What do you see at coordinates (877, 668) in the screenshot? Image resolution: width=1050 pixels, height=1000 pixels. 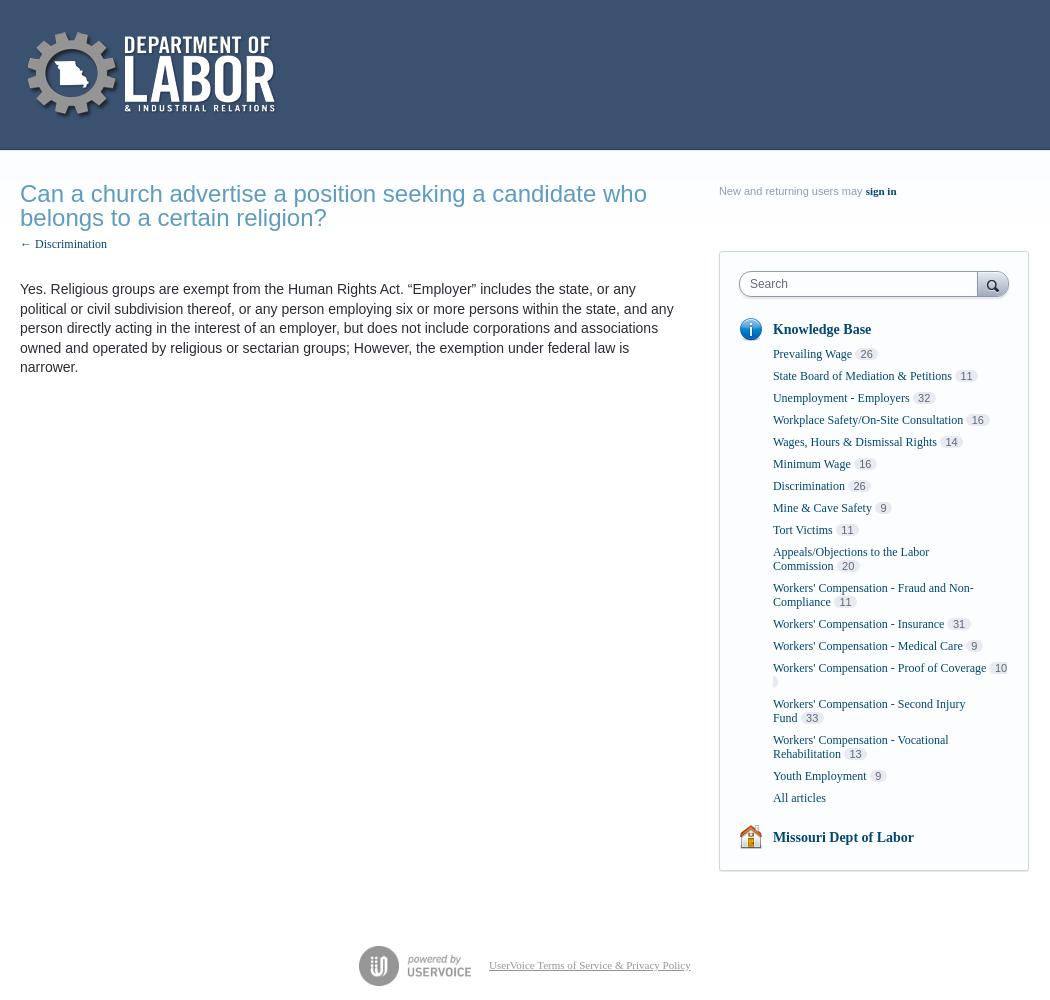 I see `'Workers' Compensation - Proof of Coverage'` at bounding box center [877, 668].